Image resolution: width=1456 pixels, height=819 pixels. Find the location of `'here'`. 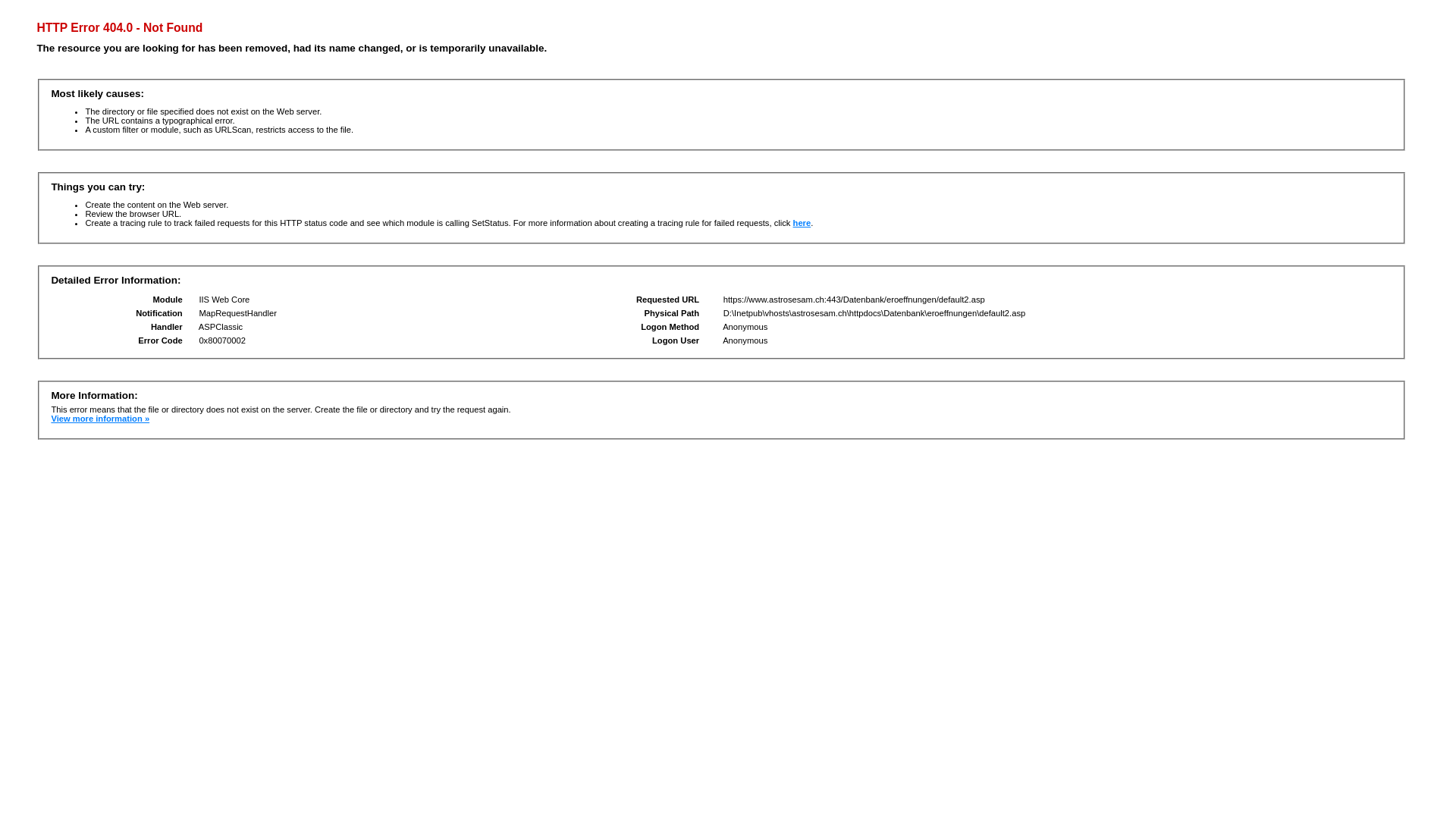

'here' is located at coordinates (801, 222).